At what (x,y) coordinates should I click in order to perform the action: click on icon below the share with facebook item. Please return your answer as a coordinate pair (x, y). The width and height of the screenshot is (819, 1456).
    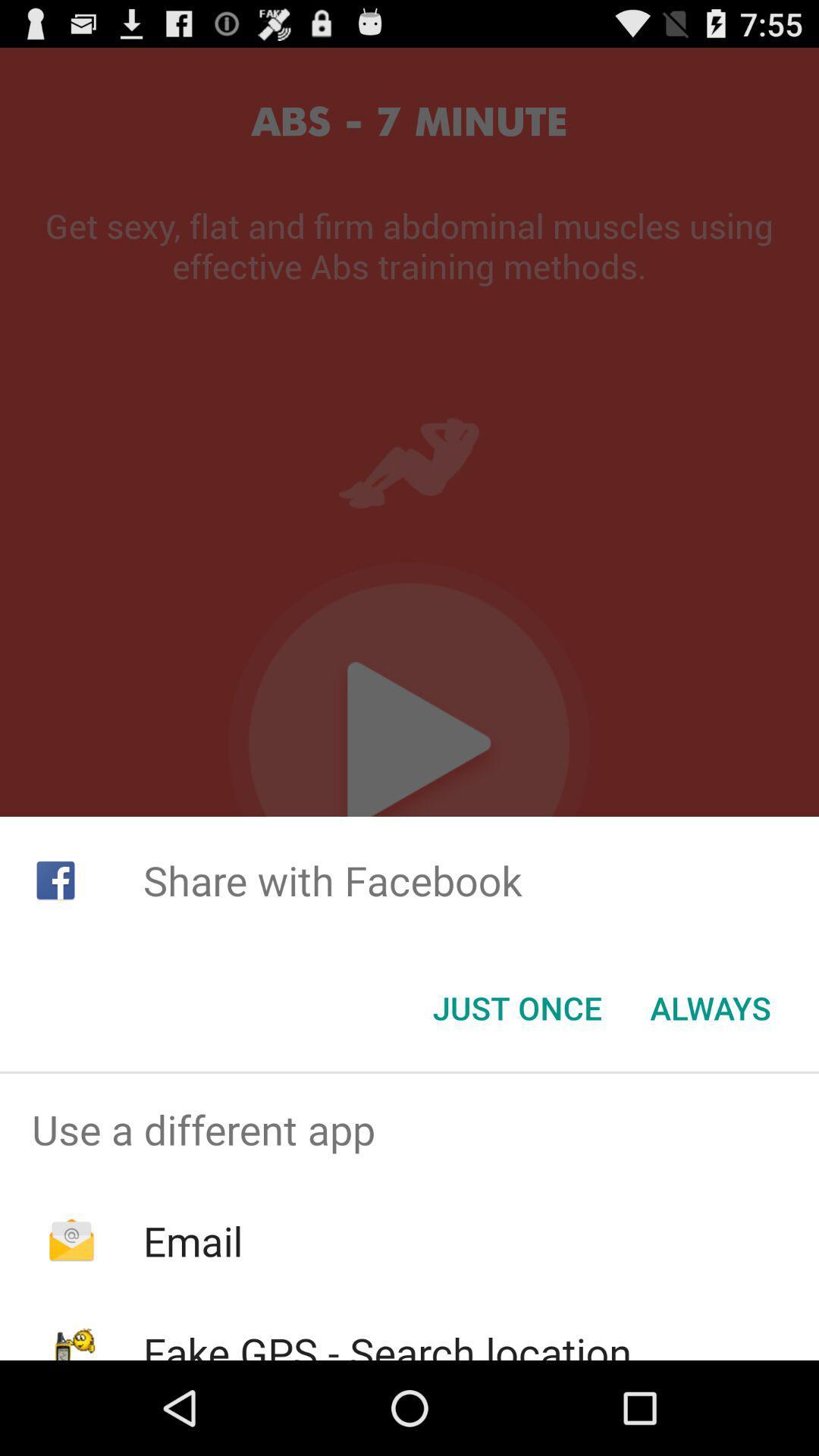
    Looking at the image, I should click on (516, 1008).